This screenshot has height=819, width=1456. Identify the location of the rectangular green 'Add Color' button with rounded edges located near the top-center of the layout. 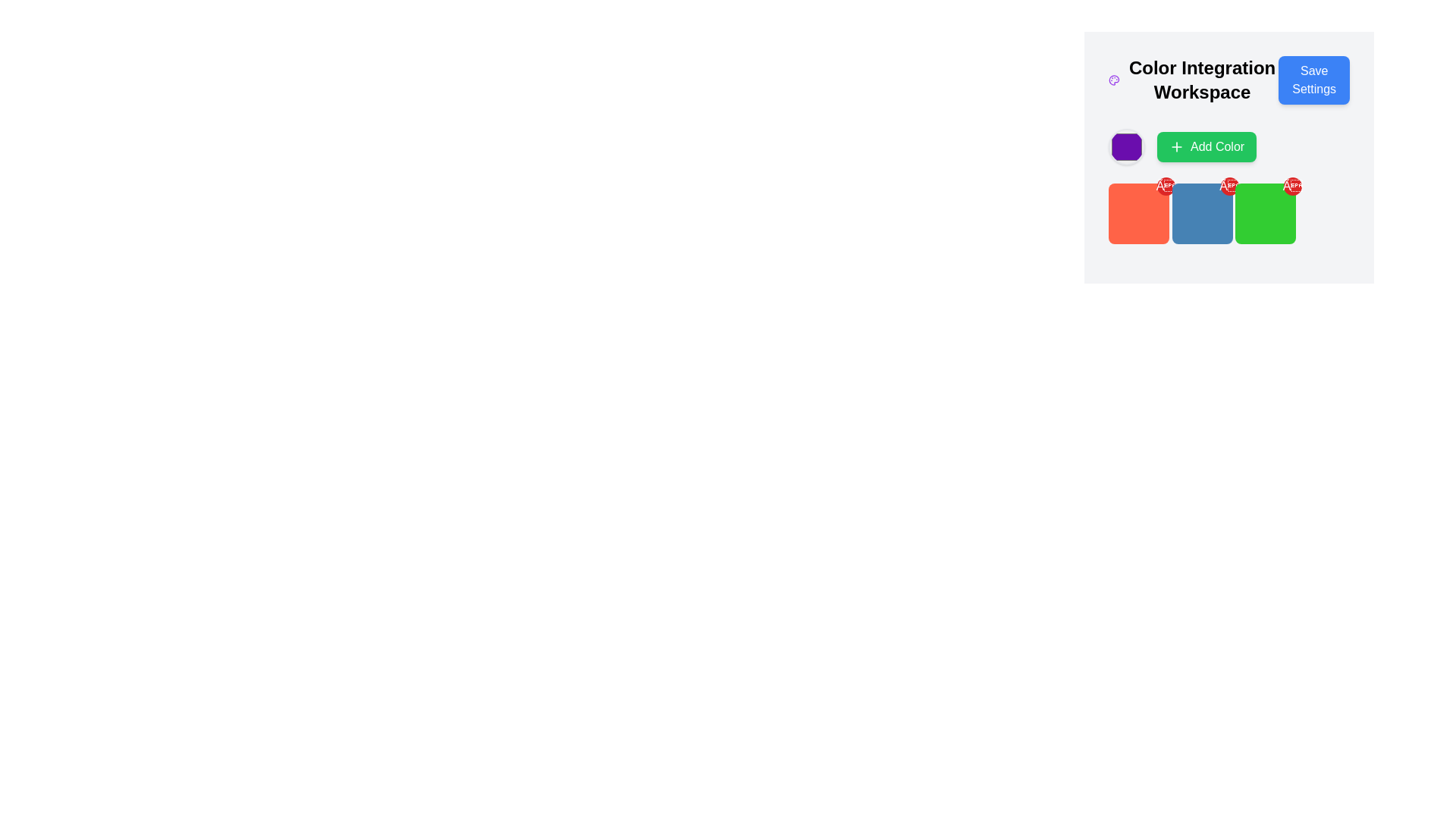
(1229, 146).